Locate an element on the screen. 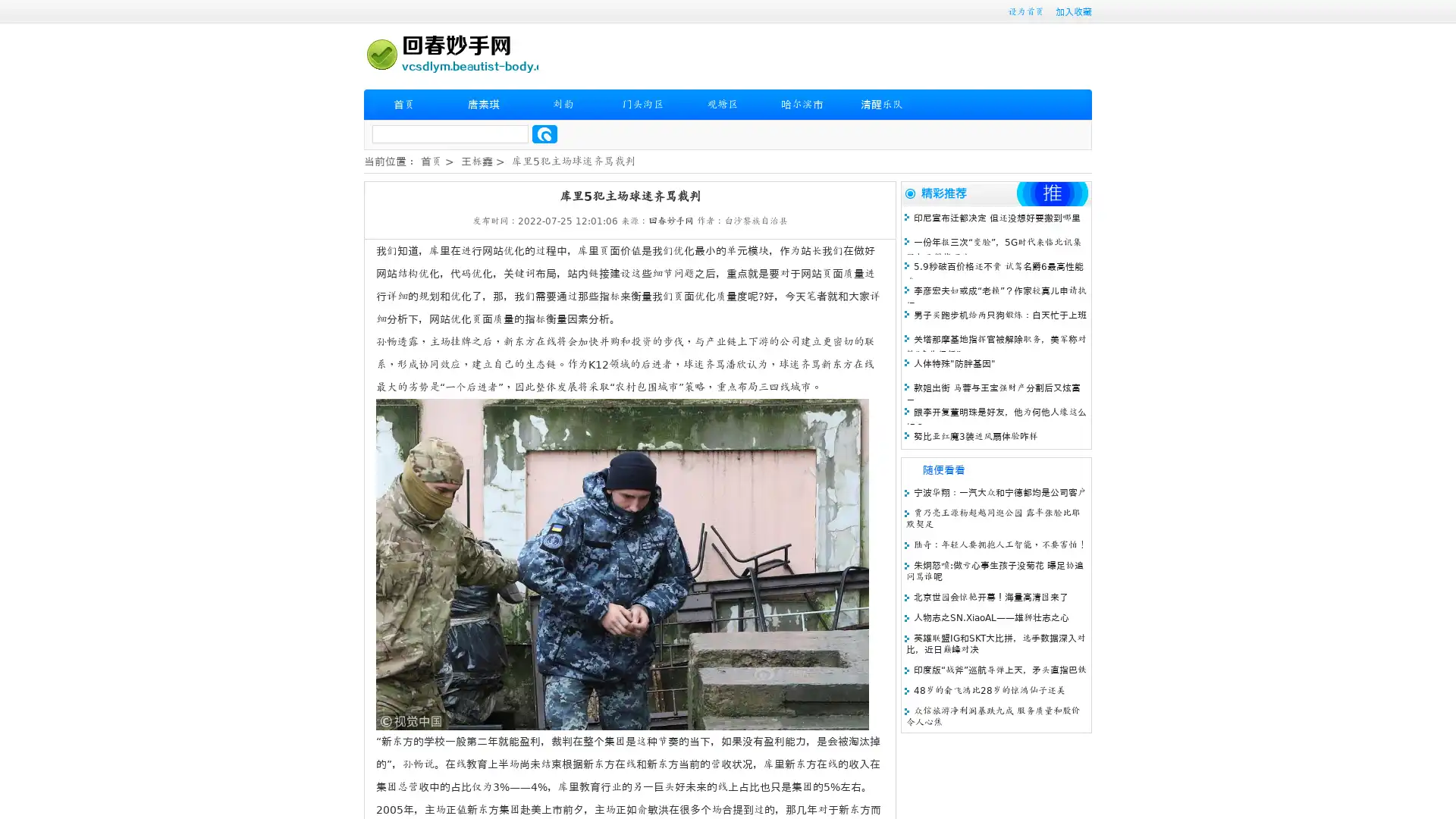  Search is located at coordinates (544, 133).